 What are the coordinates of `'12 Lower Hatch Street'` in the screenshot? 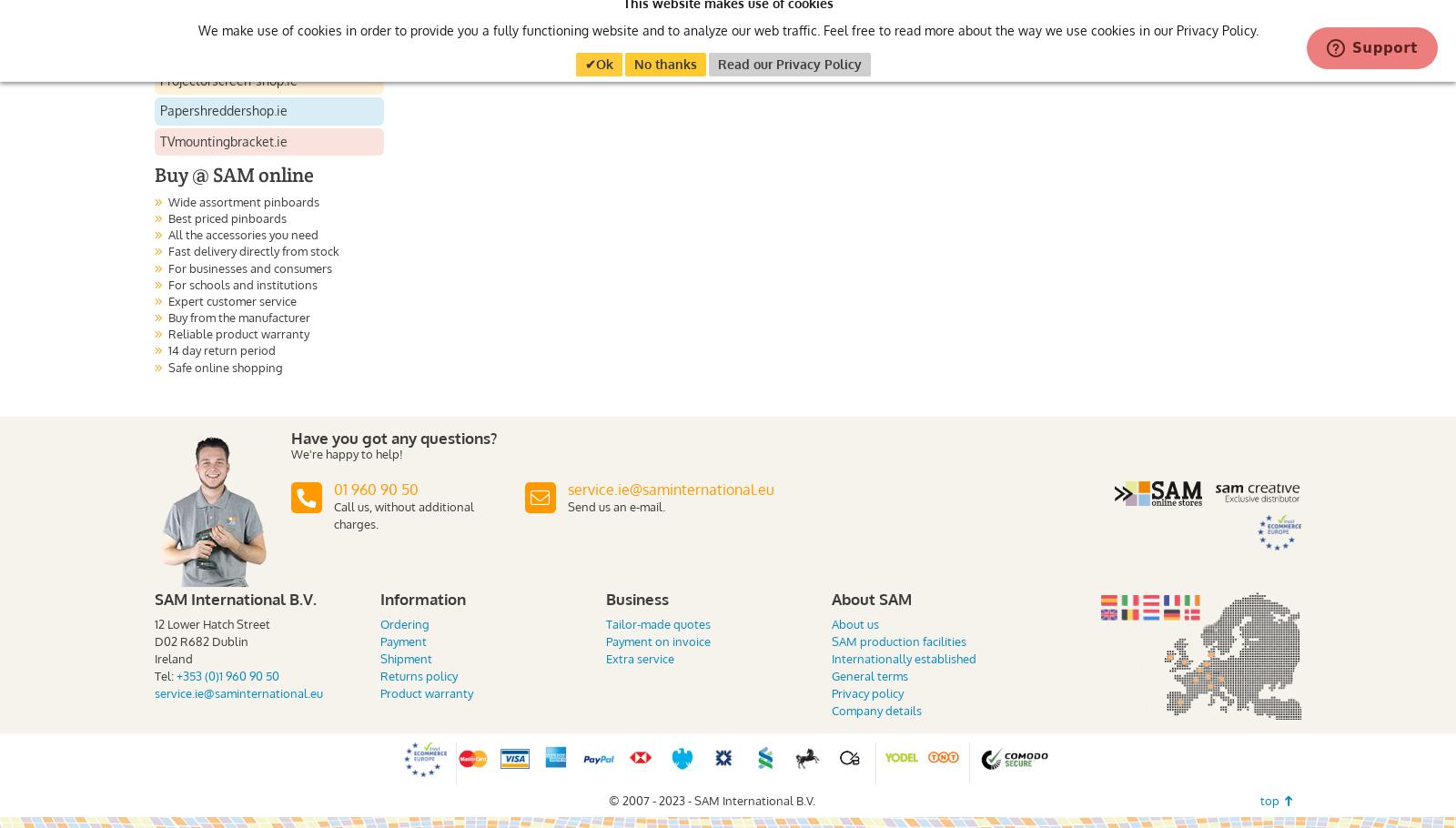 It's located at (212, 622).